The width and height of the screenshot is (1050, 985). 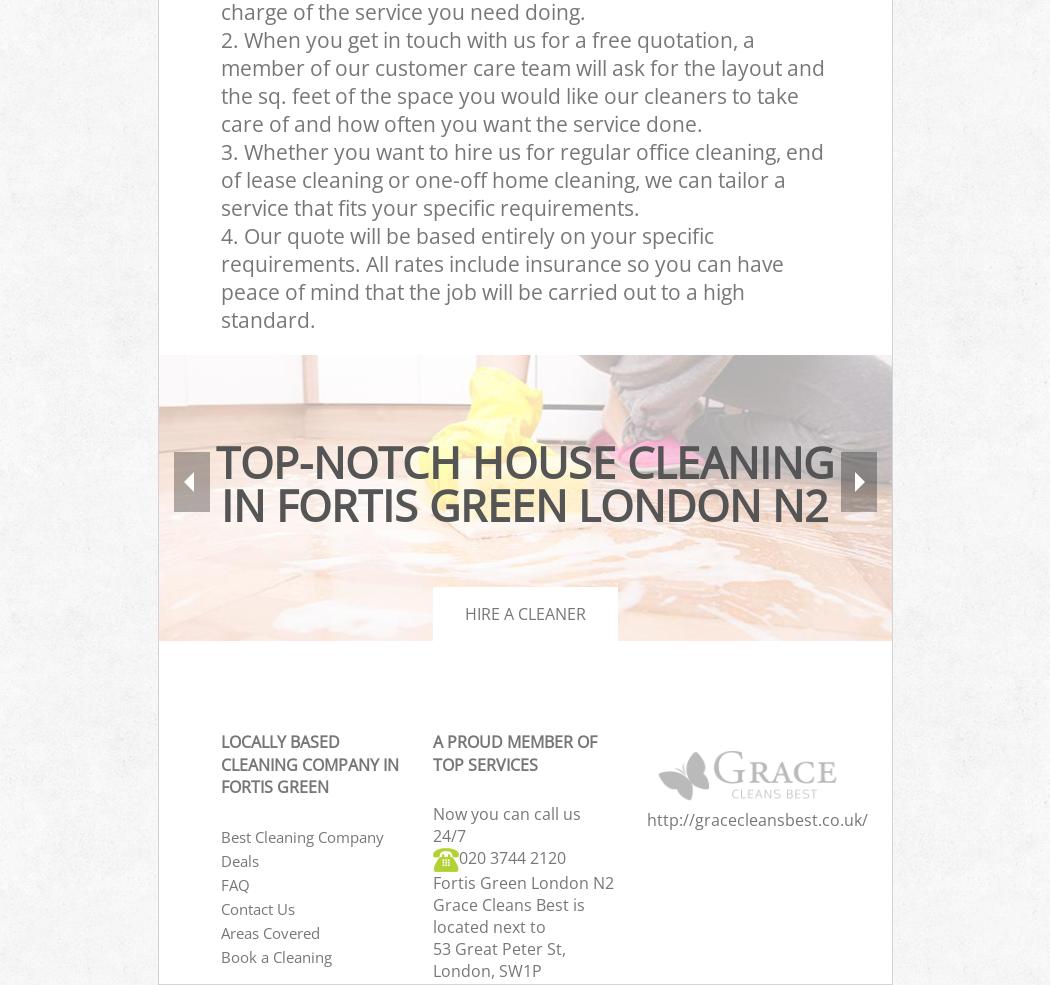 I want to click on 'Best Cleaning Company Deals', so click(x=301, y=847).